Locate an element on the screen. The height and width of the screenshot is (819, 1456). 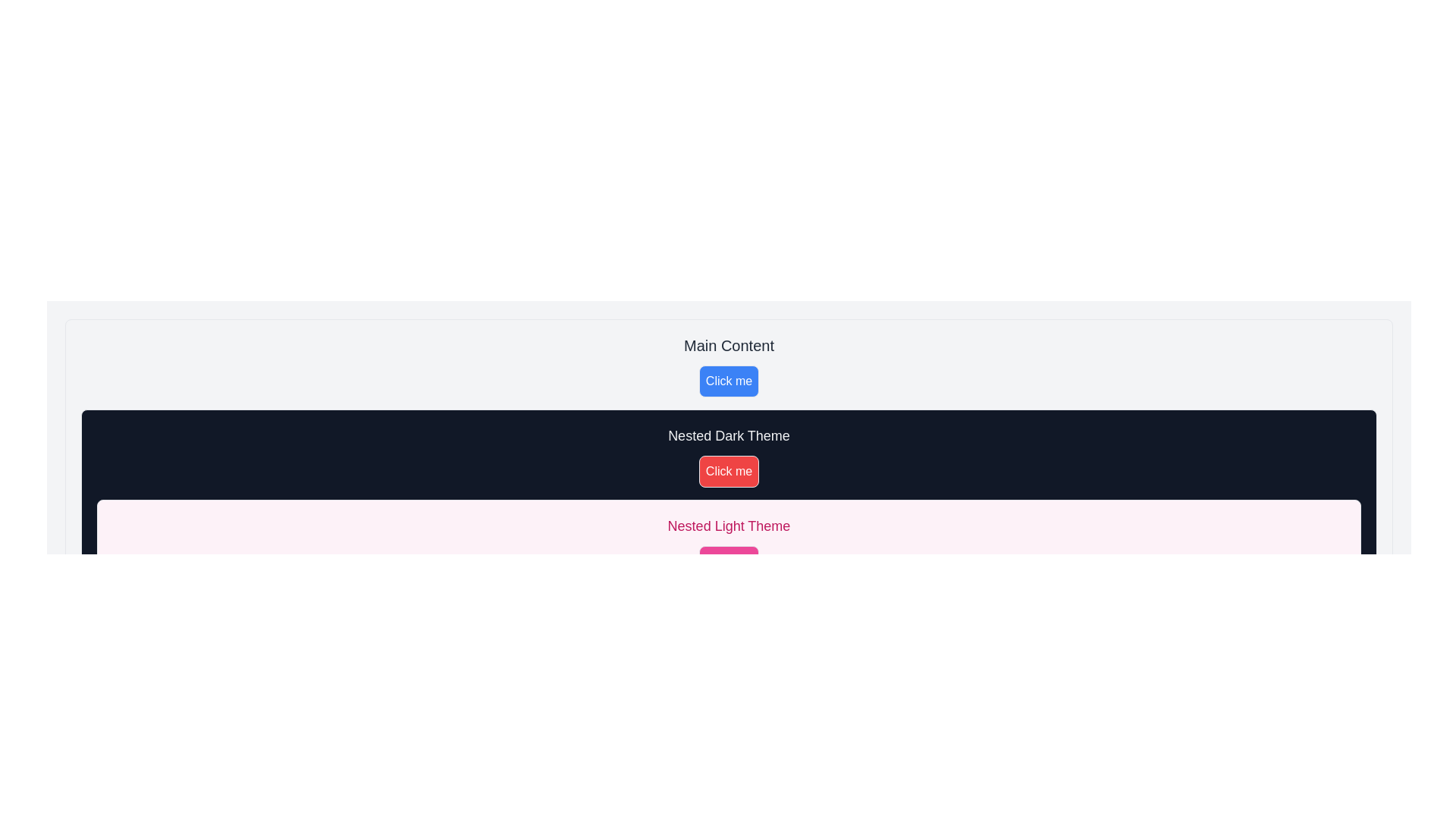
text displayed in the 'Nested Dark Theme' Text Label, which is styled with a large font size and medium weight, located above the 'Click me' button is located at coordinates (729, 435).